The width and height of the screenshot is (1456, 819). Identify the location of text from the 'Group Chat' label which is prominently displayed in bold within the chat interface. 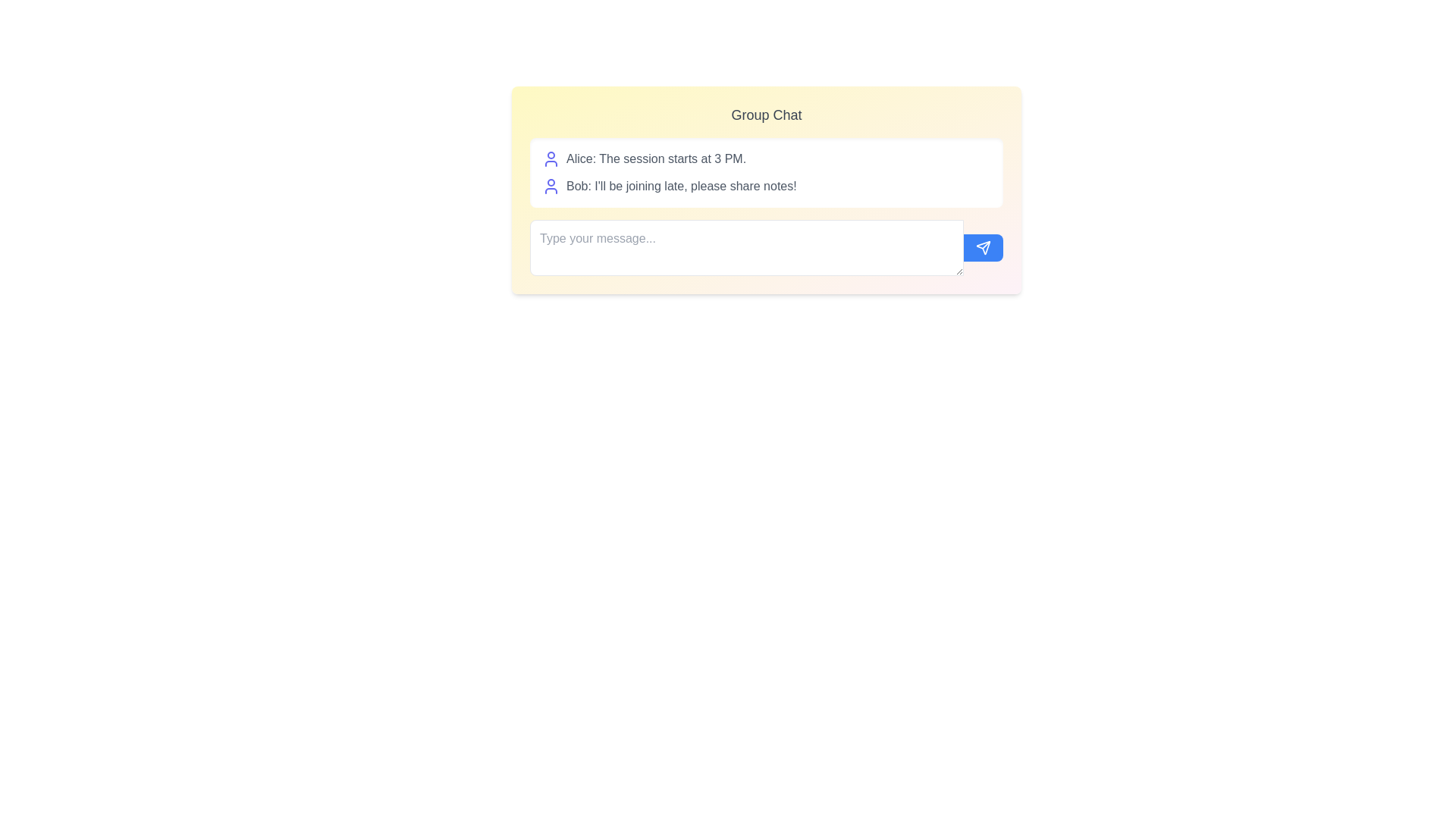
(767, 114).